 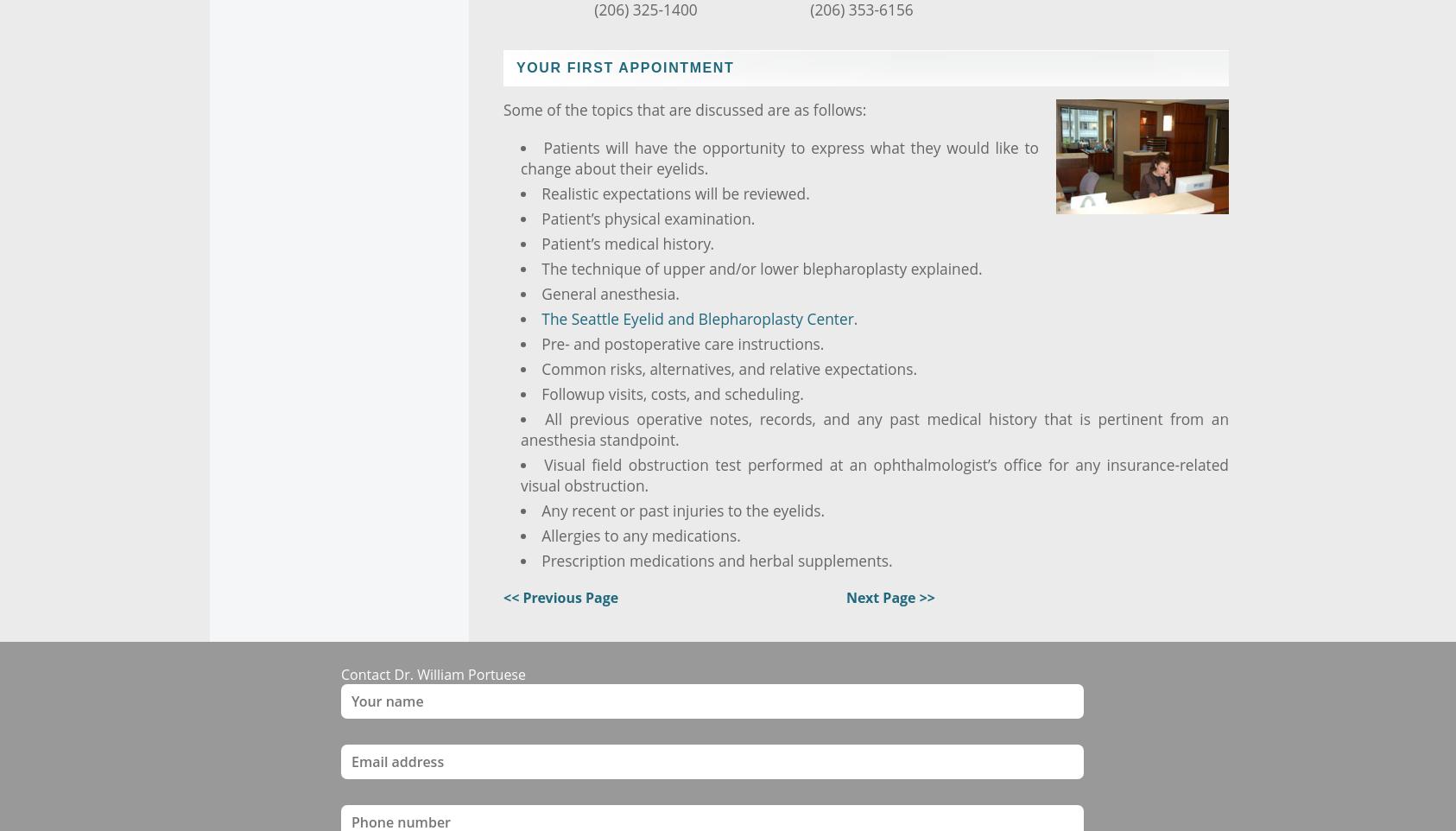 I want to click on 'Some of the topics that are discussed are as follows:', so click(x=684, y=108).